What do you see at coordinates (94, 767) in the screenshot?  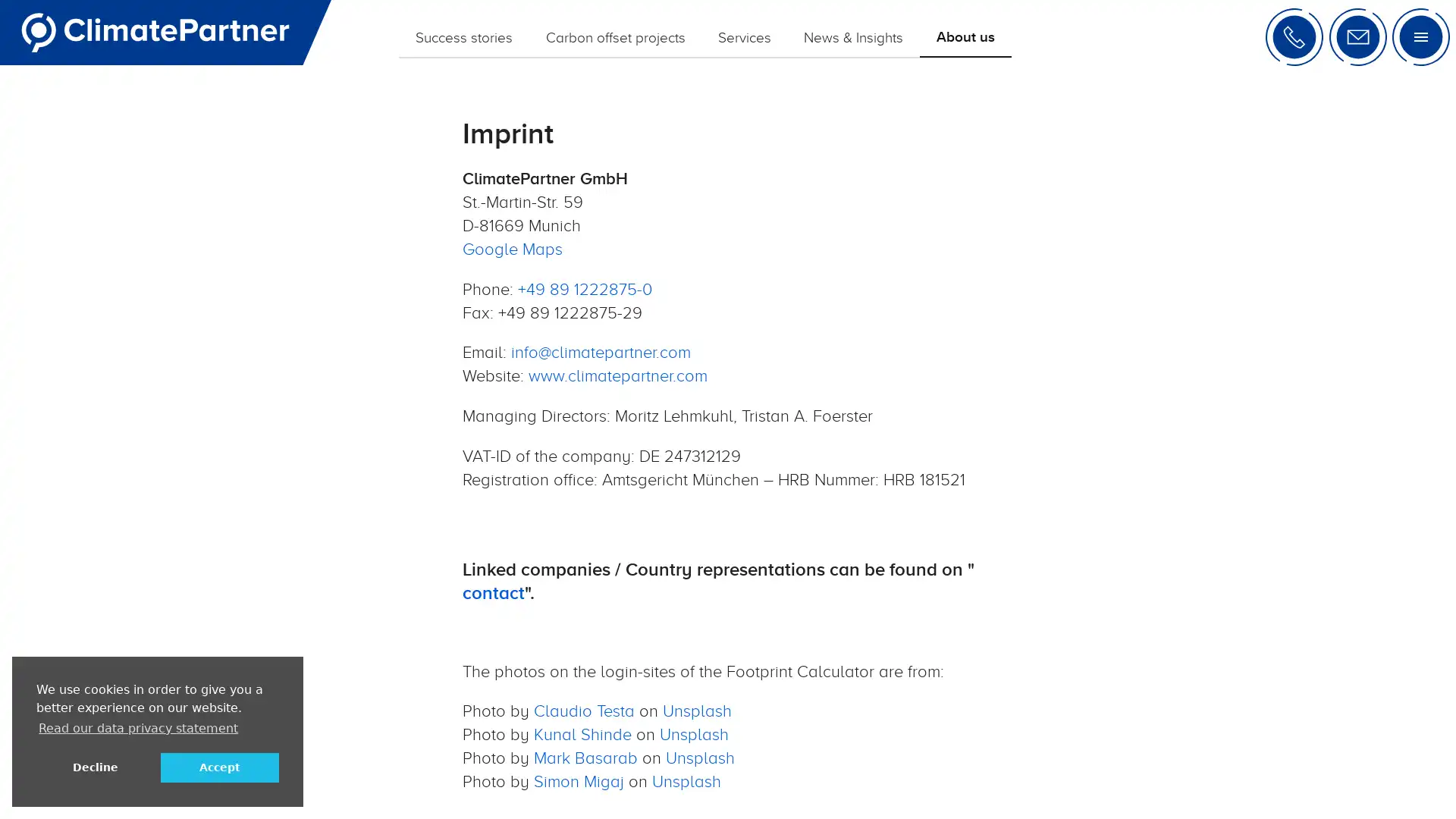 I see `deny cookies` at bounding box center [94, 767].